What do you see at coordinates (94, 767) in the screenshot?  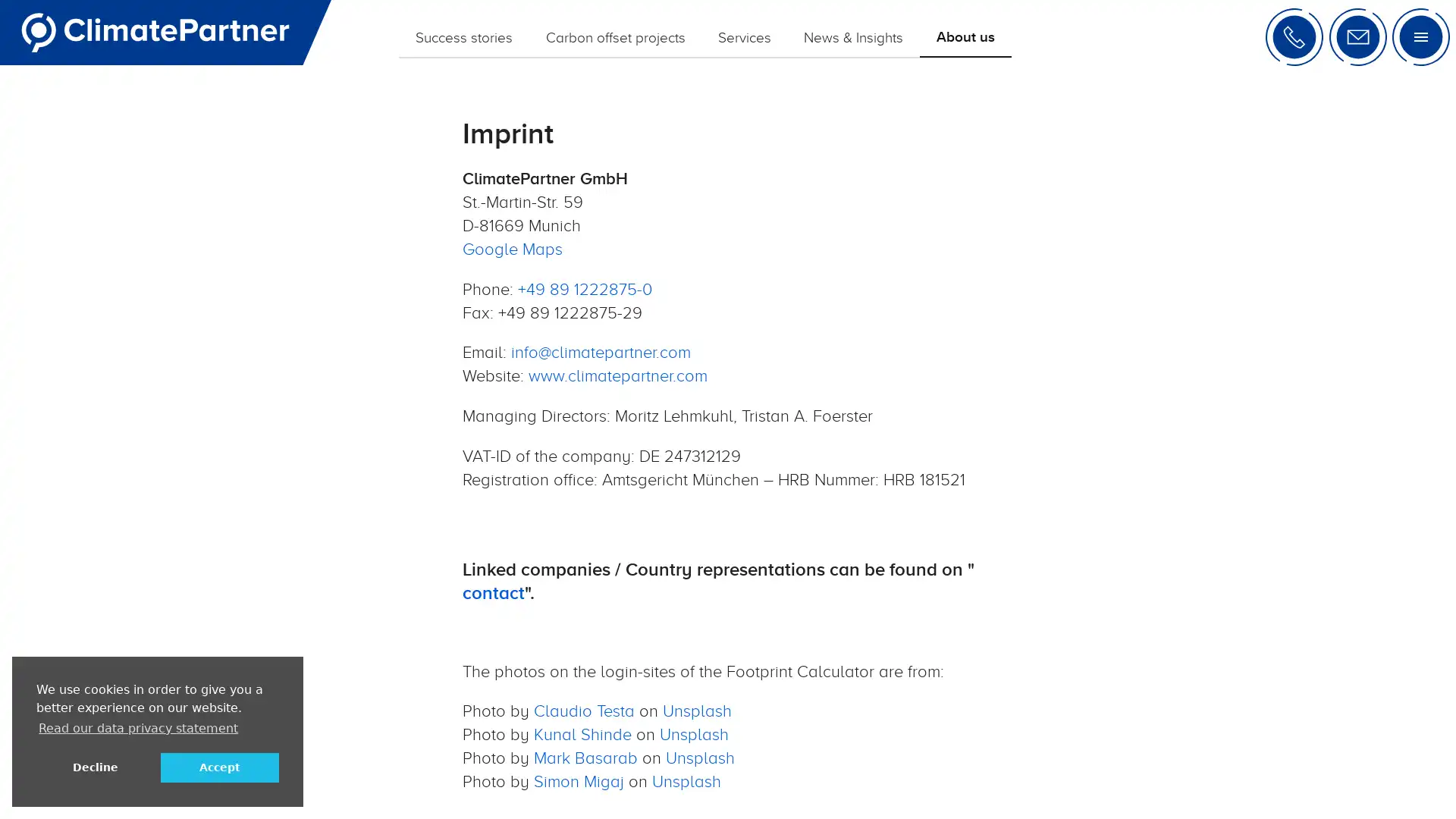 I see `deny cookies` at bounding box center [94, 767].